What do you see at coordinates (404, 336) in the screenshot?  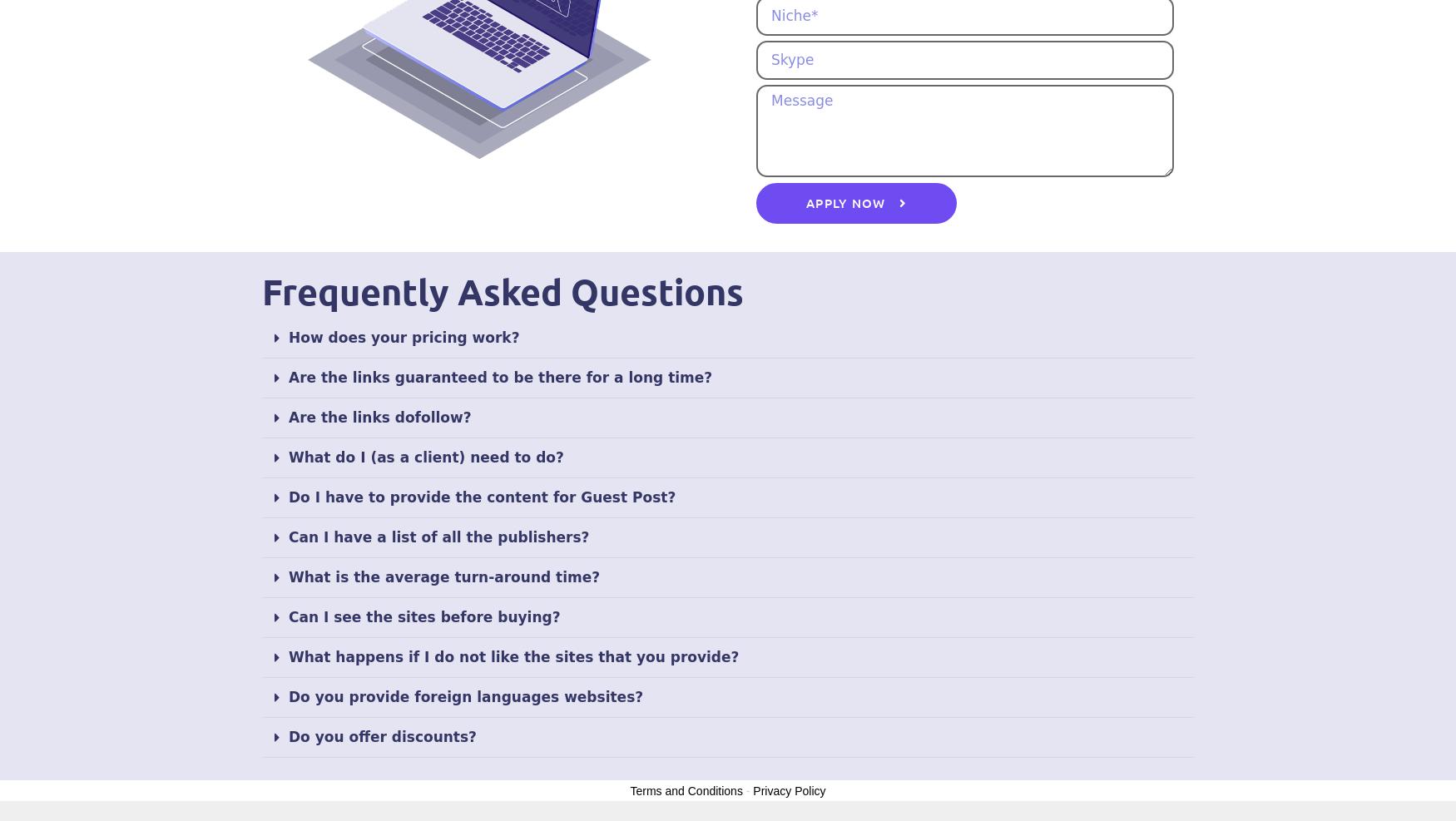 I see `'How does your pricing work?'` at bounding box center [404, 336].